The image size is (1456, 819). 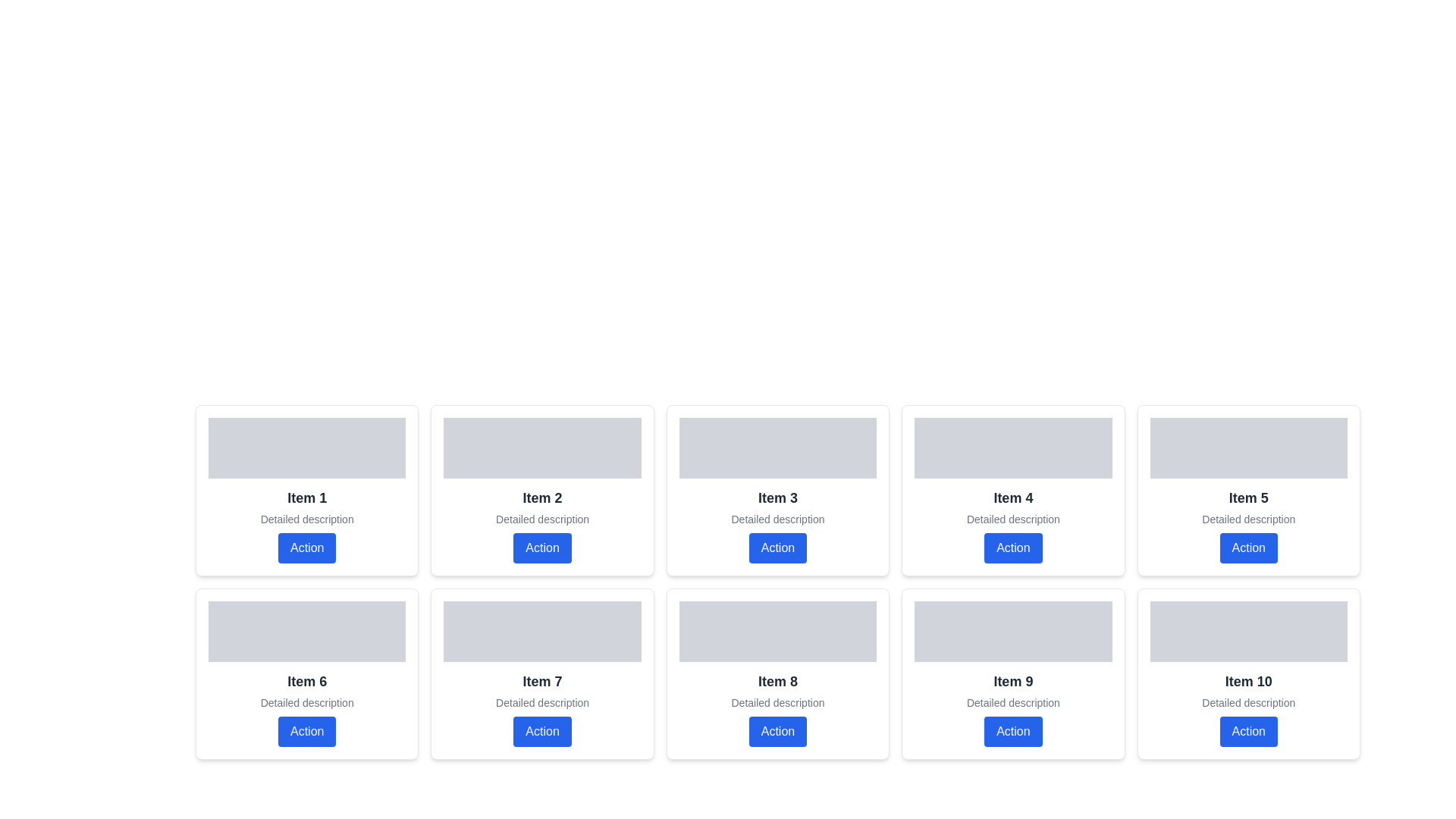 What do you see at coordinates (1248, 447) in the screenshot?
I see `the gray rectangular image placeholder with rounded corners located at the top of the fifth card labeled 'Item 5'` at bounding box center [1248, 447].